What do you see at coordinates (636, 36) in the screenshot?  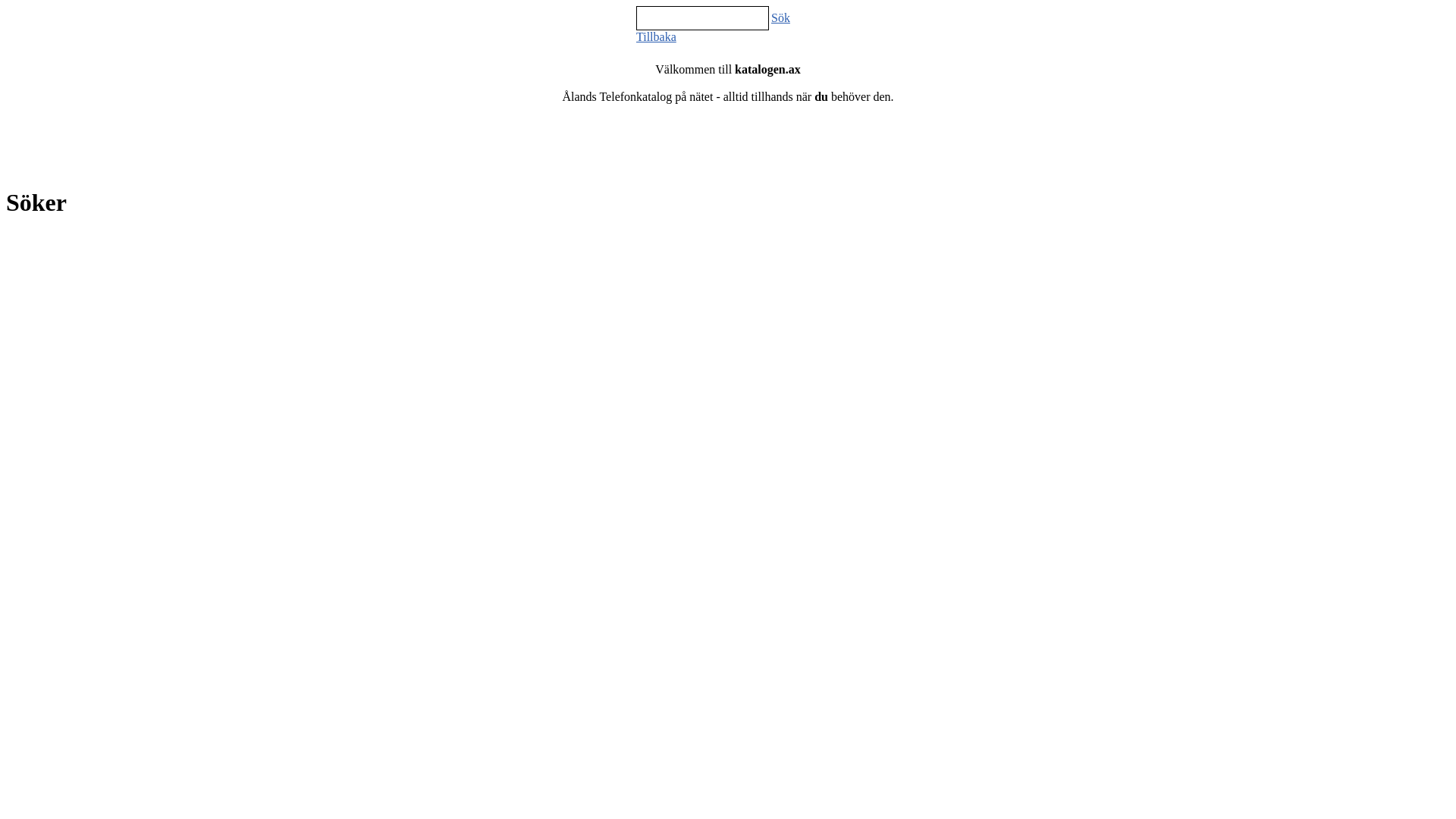 I see `'Tillbaka'` at bounding box center [636, 36].